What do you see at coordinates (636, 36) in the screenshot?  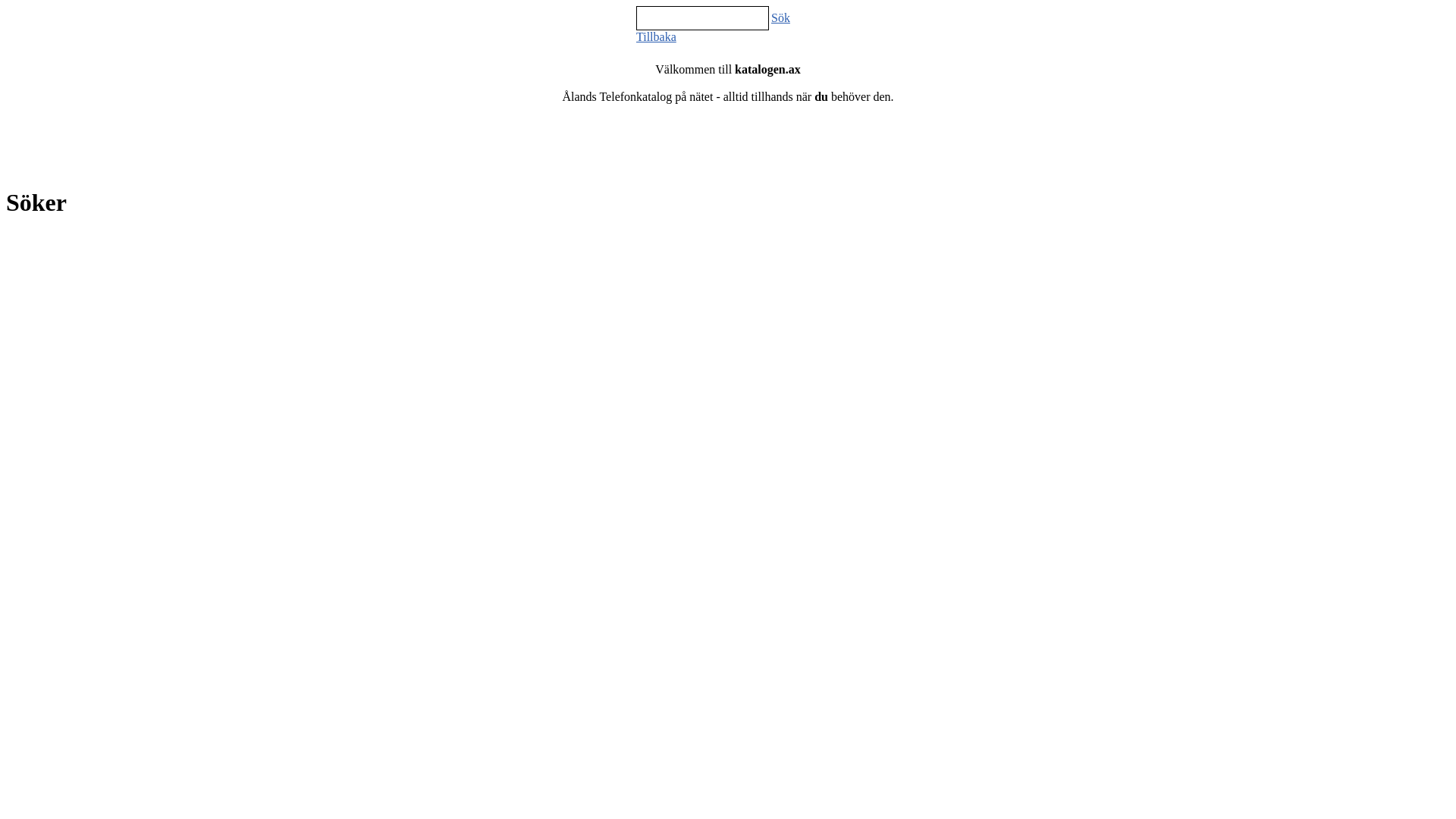 I see `'Tillbaka'` at bounding box center [636, 36].